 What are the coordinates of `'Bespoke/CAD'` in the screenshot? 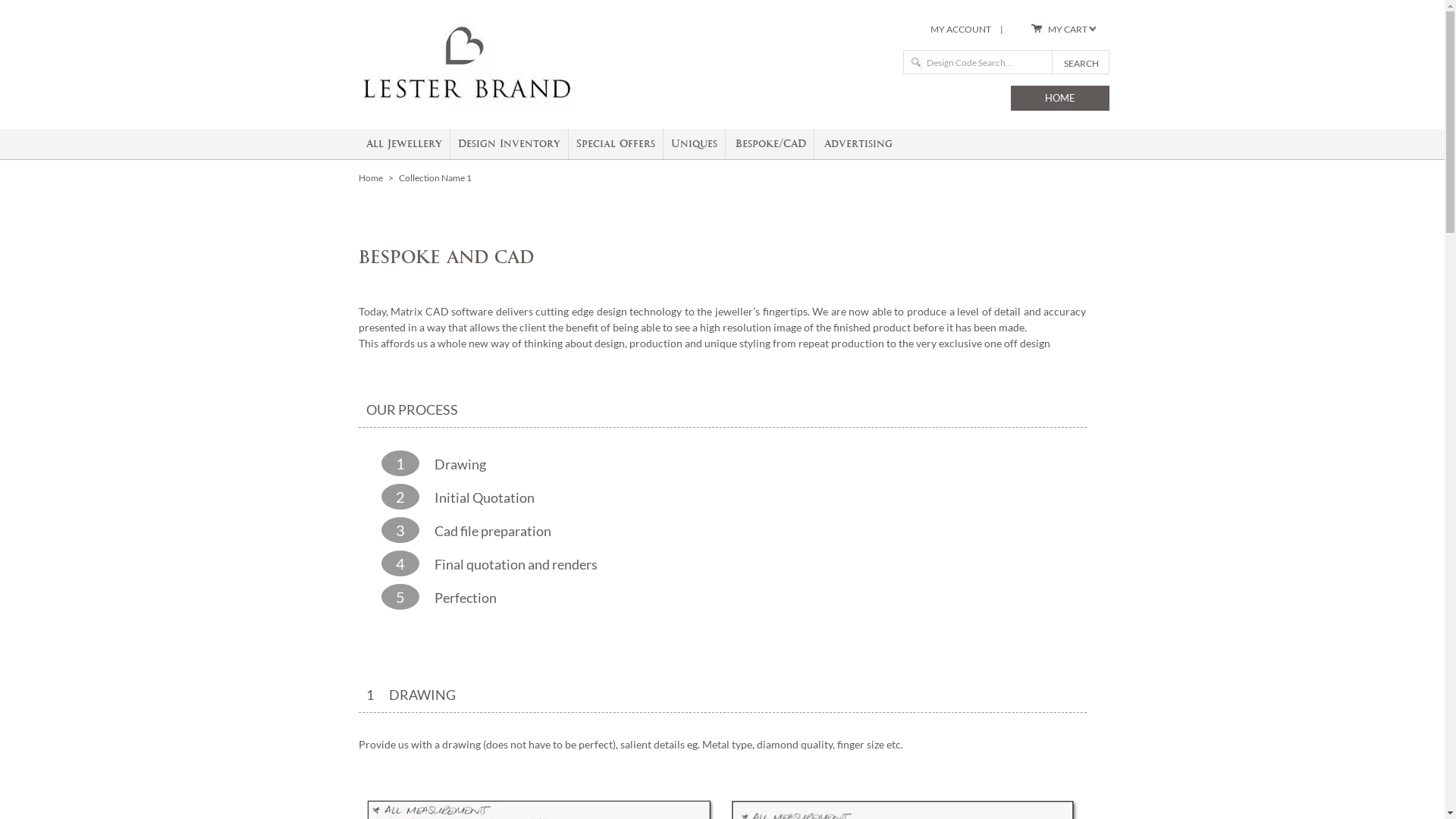 It's located at (770, 143).